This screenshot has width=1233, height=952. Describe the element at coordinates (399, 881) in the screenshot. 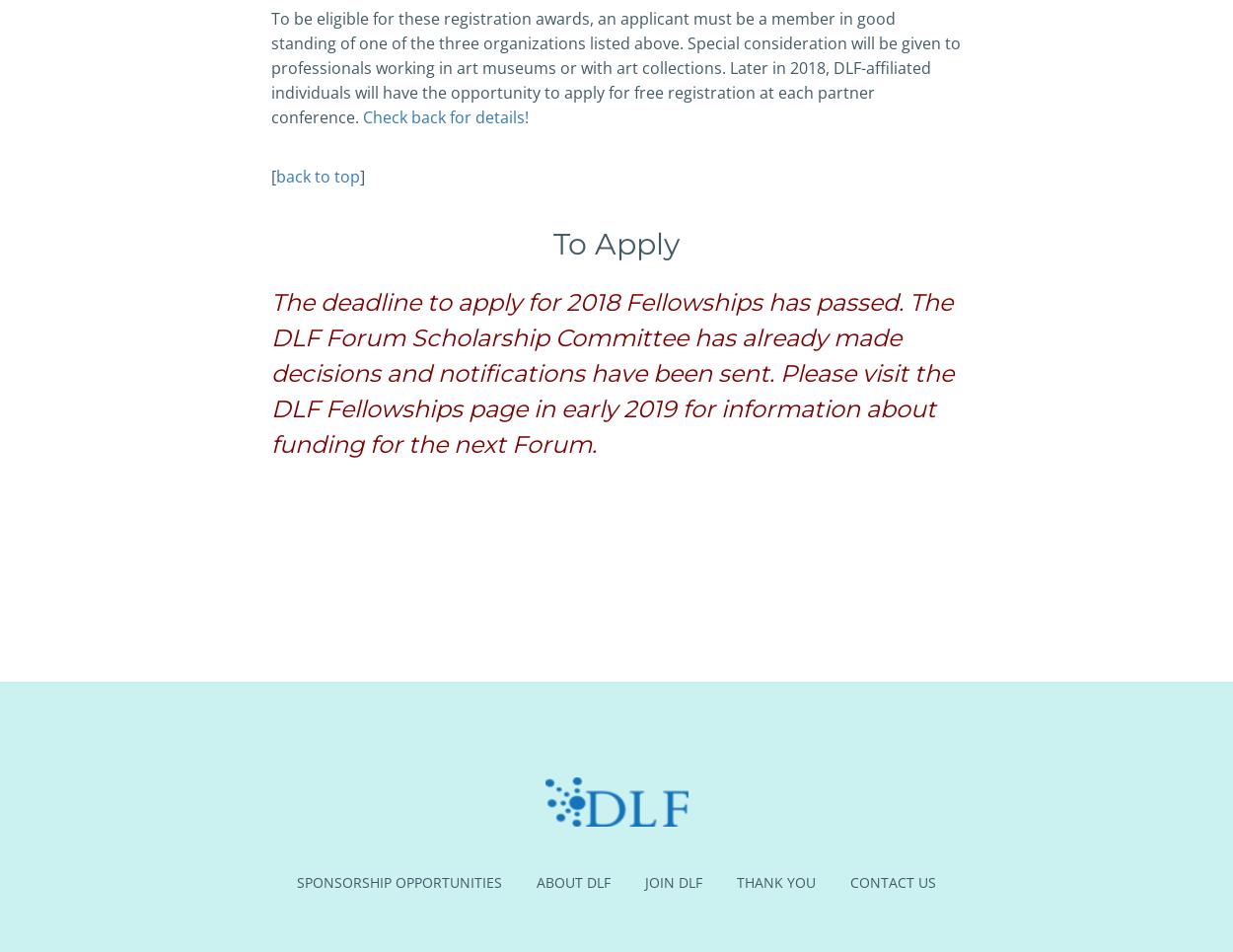

I see `'Sponsorship Opportunities'` at that location.